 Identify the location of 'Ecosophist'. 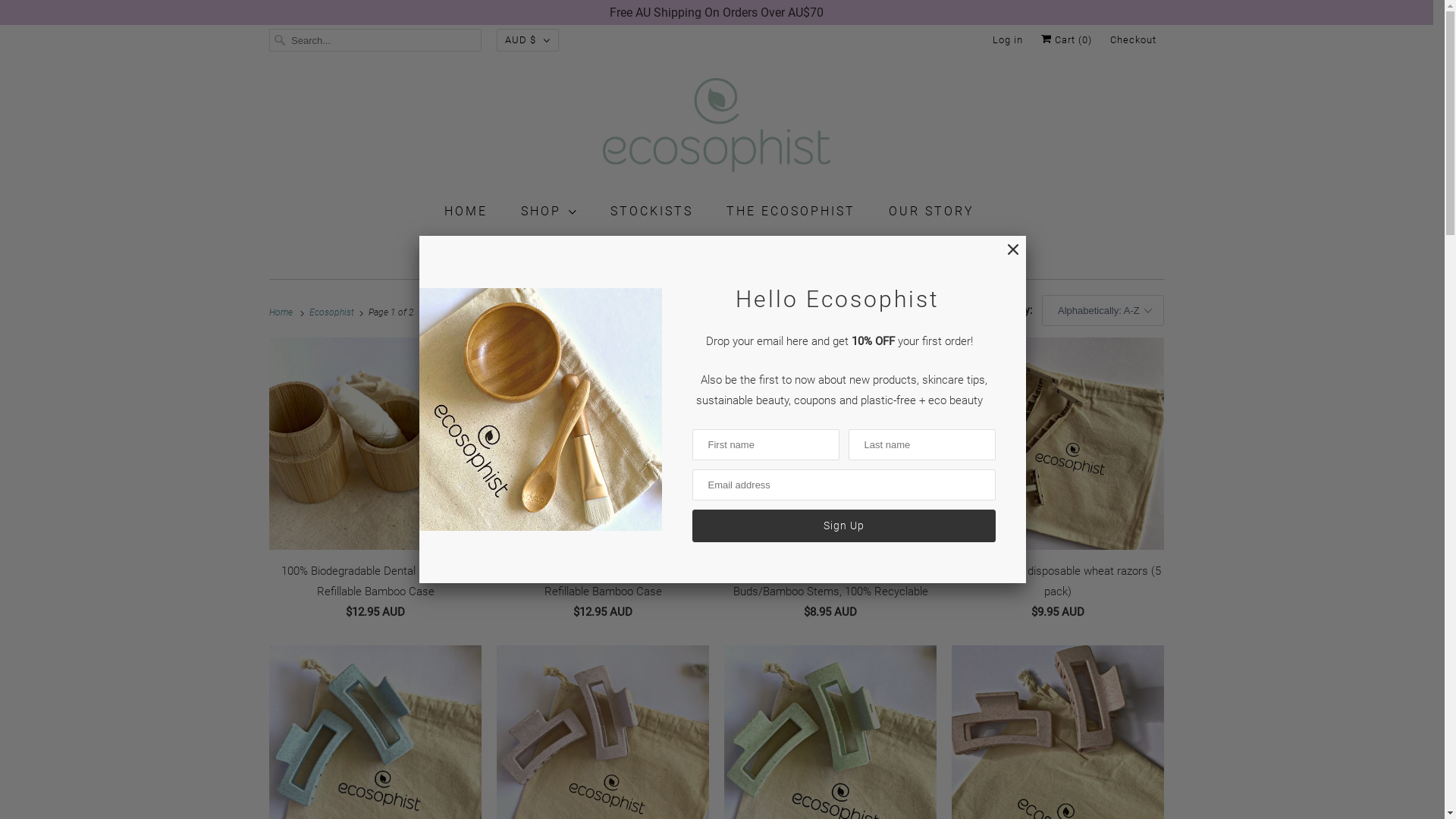
(716, 127).